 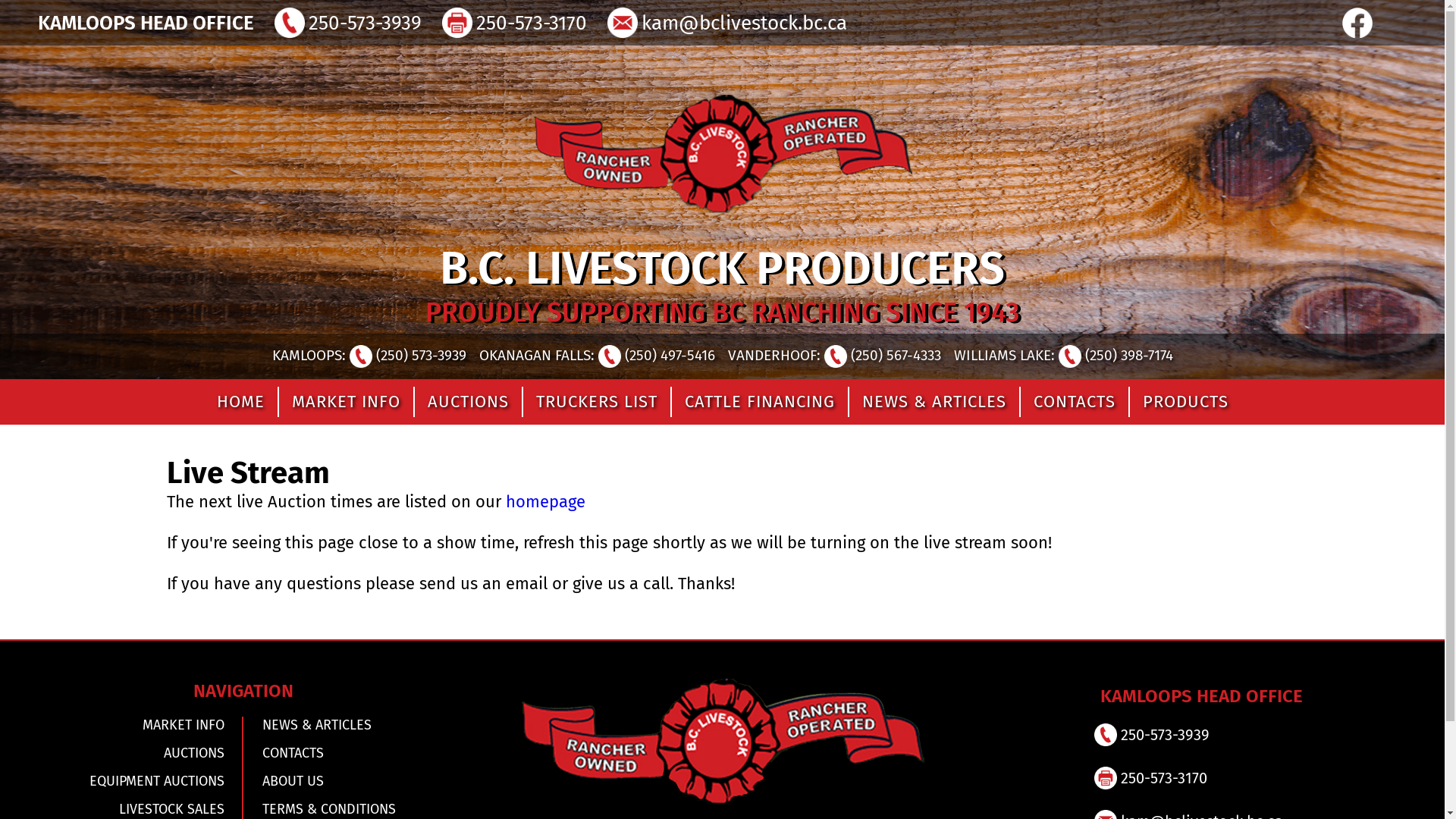 I want to click on '(250) 398-7174', so click(x=1116, y=355).